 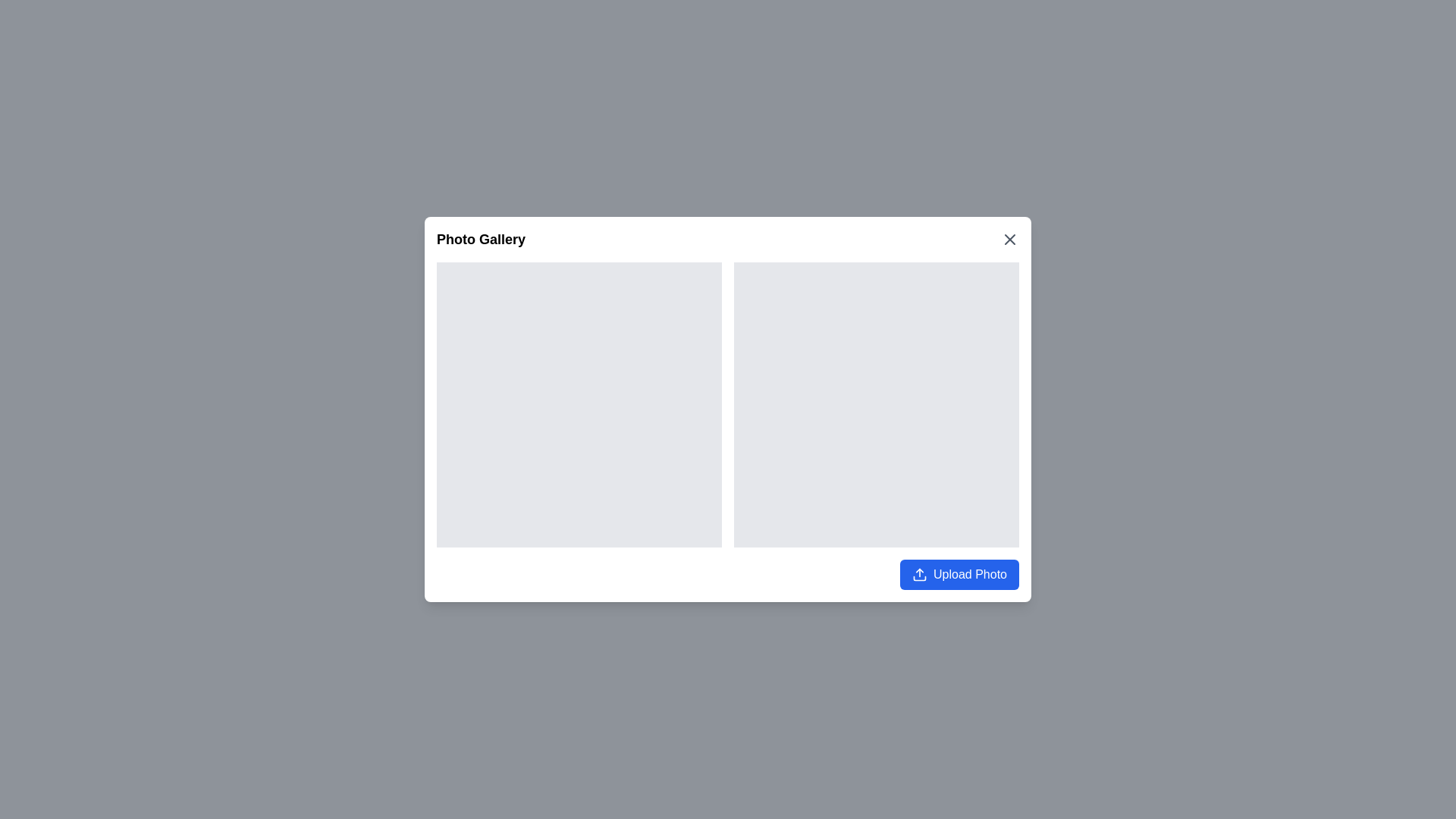 What do you see at coordinates (1009, 239) in the screenshot?
I see `the small 'X' icon styled as a diagonal cross located at the top-right corner of the white window frame` at bounding box center [1009, 239].